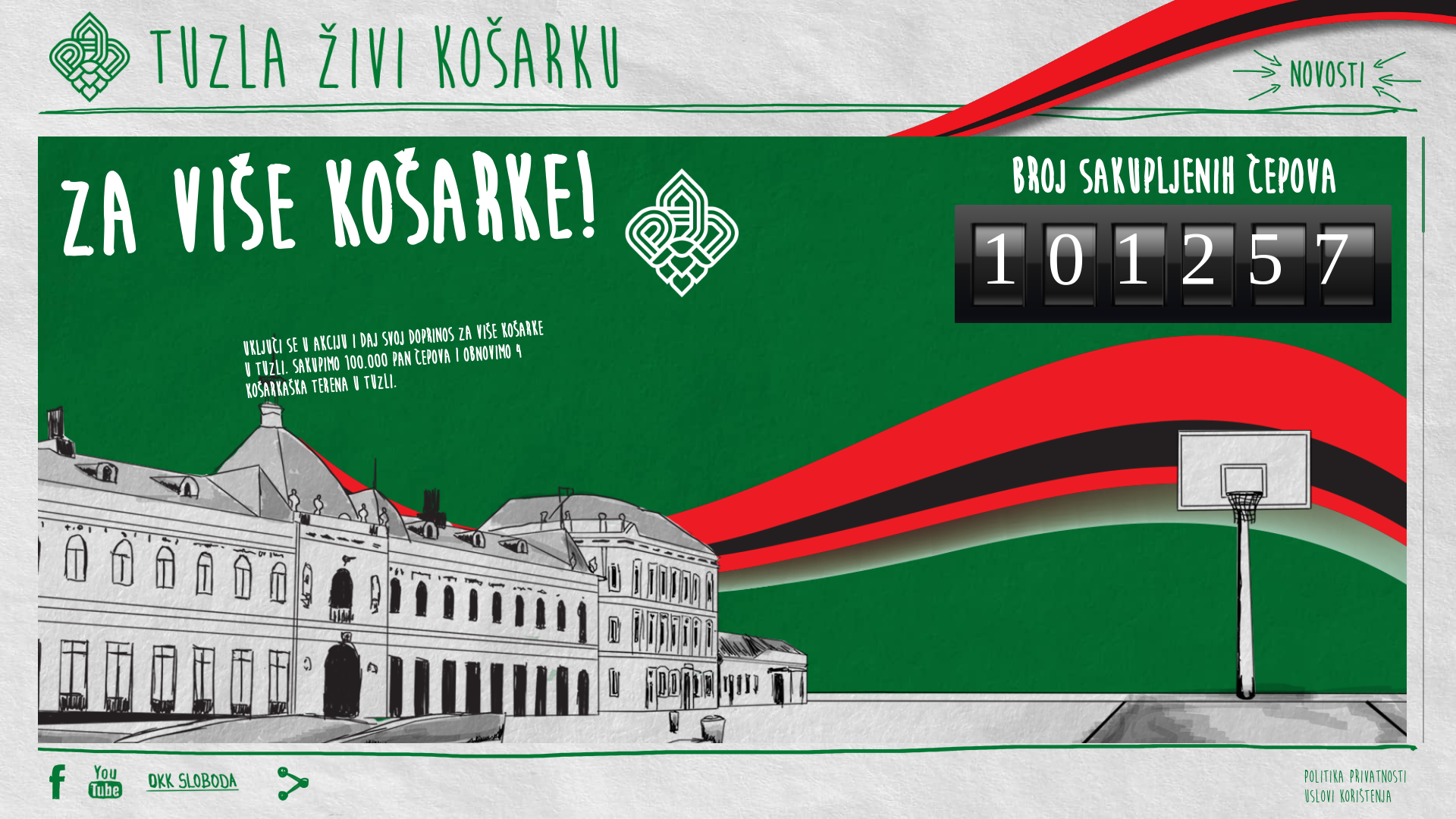 The width and height of the screenshot is (1456, 819). What do you see at coordinates (1302, 773) in the screenshot?
I see `'Politika privatnosti'` at bounding box center [1302, 773].